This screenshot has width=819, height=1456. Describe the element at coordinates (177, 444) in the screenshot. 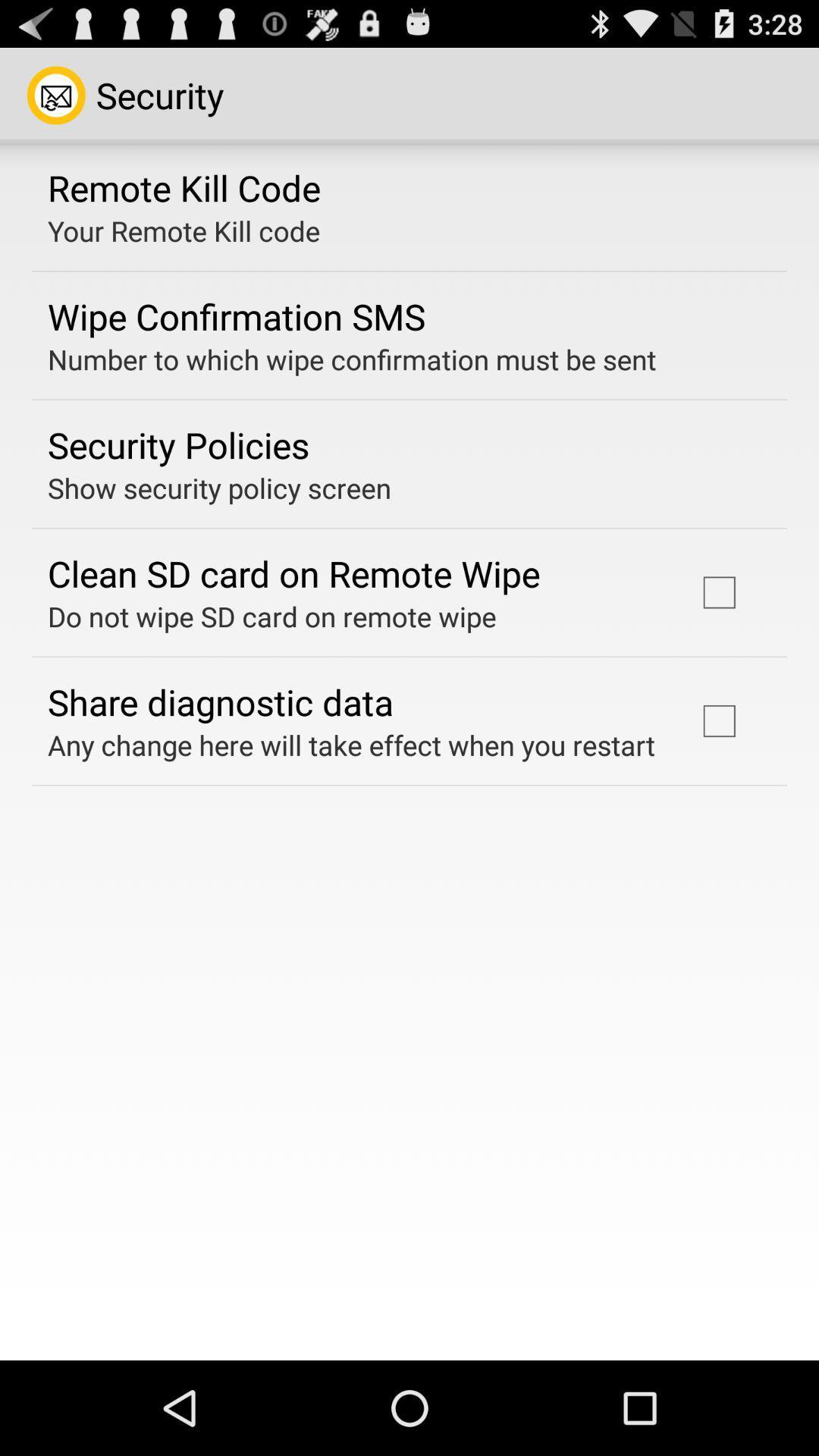

I see `security policies item` at that location.